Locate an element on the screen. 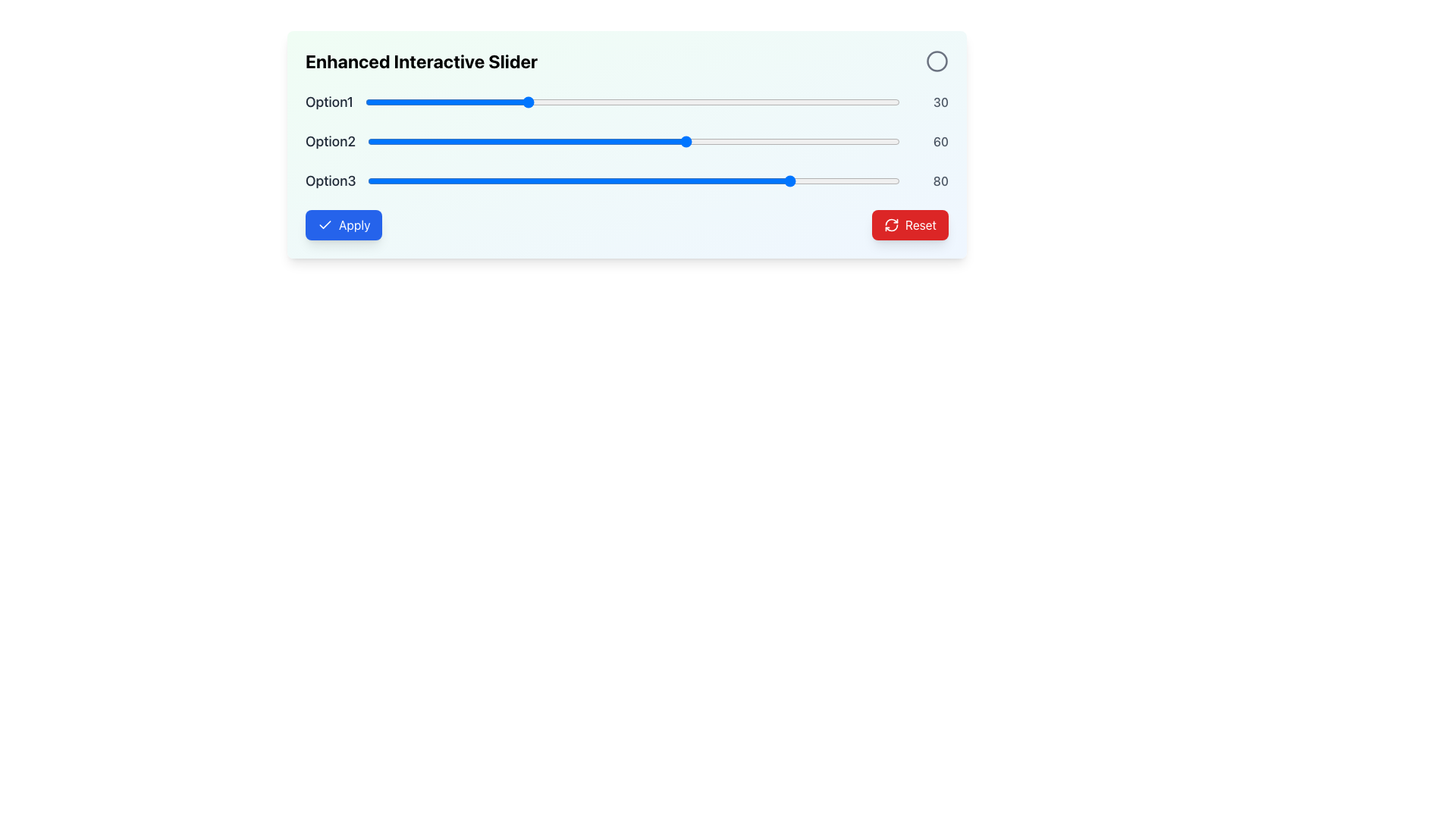 Image resolution: width=1456 pixels, height=819 pixels. the 'Apply' text within the blue button located at the lower-left part of the interface is located at coordinates (353, 225).